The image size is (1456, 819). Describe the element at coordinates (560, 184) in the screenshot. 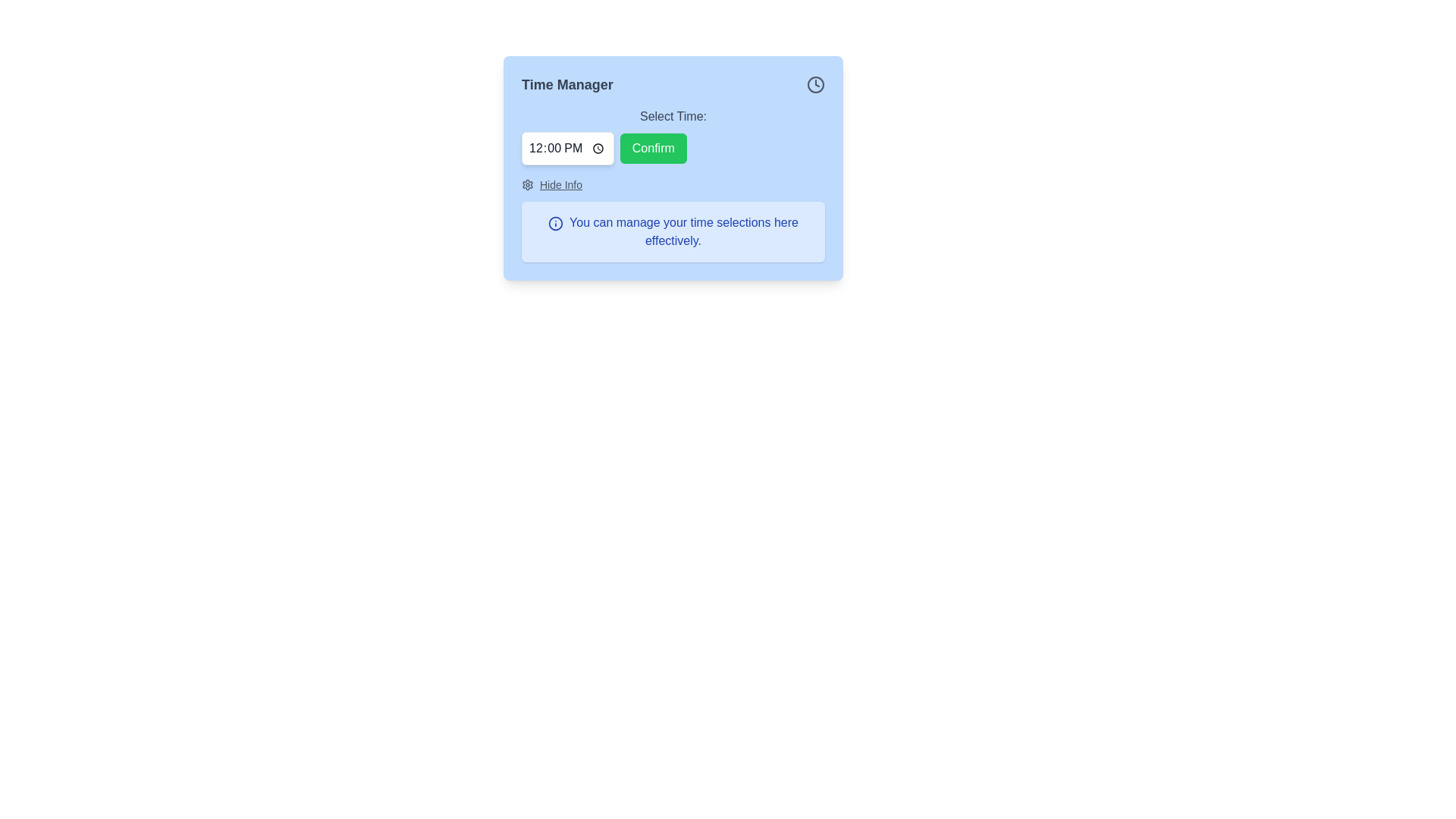

I see `the 'Hide Info' text link, which is styled with an underline and located at the bottom left of the 'Time Manager' card interface, immediately to the right of a settings icon` at that location.